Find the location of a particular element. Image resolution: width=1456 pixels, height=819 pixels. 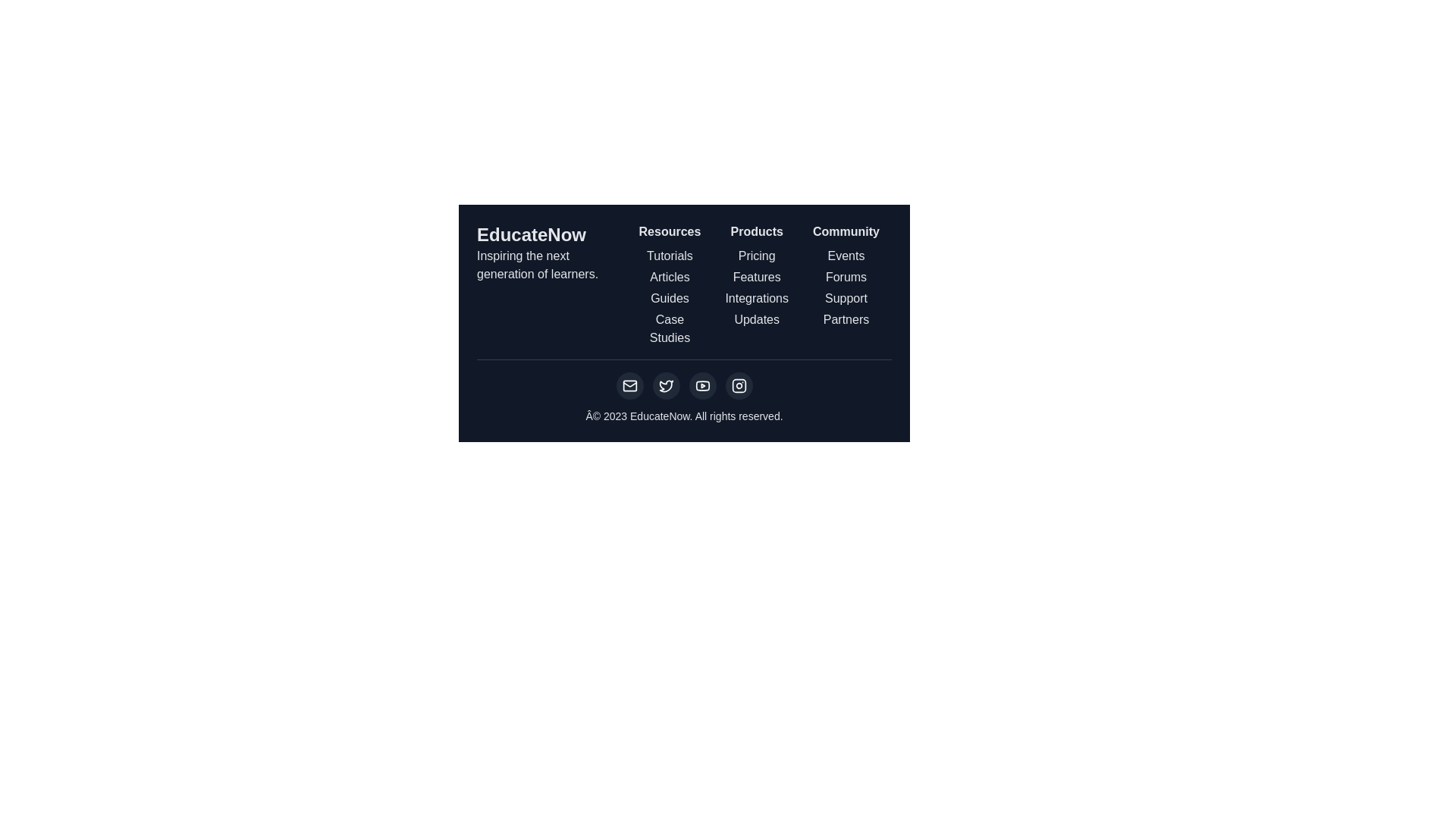

the third text link in the 'Resources' column of the footer is located at coordinates (669, 298).